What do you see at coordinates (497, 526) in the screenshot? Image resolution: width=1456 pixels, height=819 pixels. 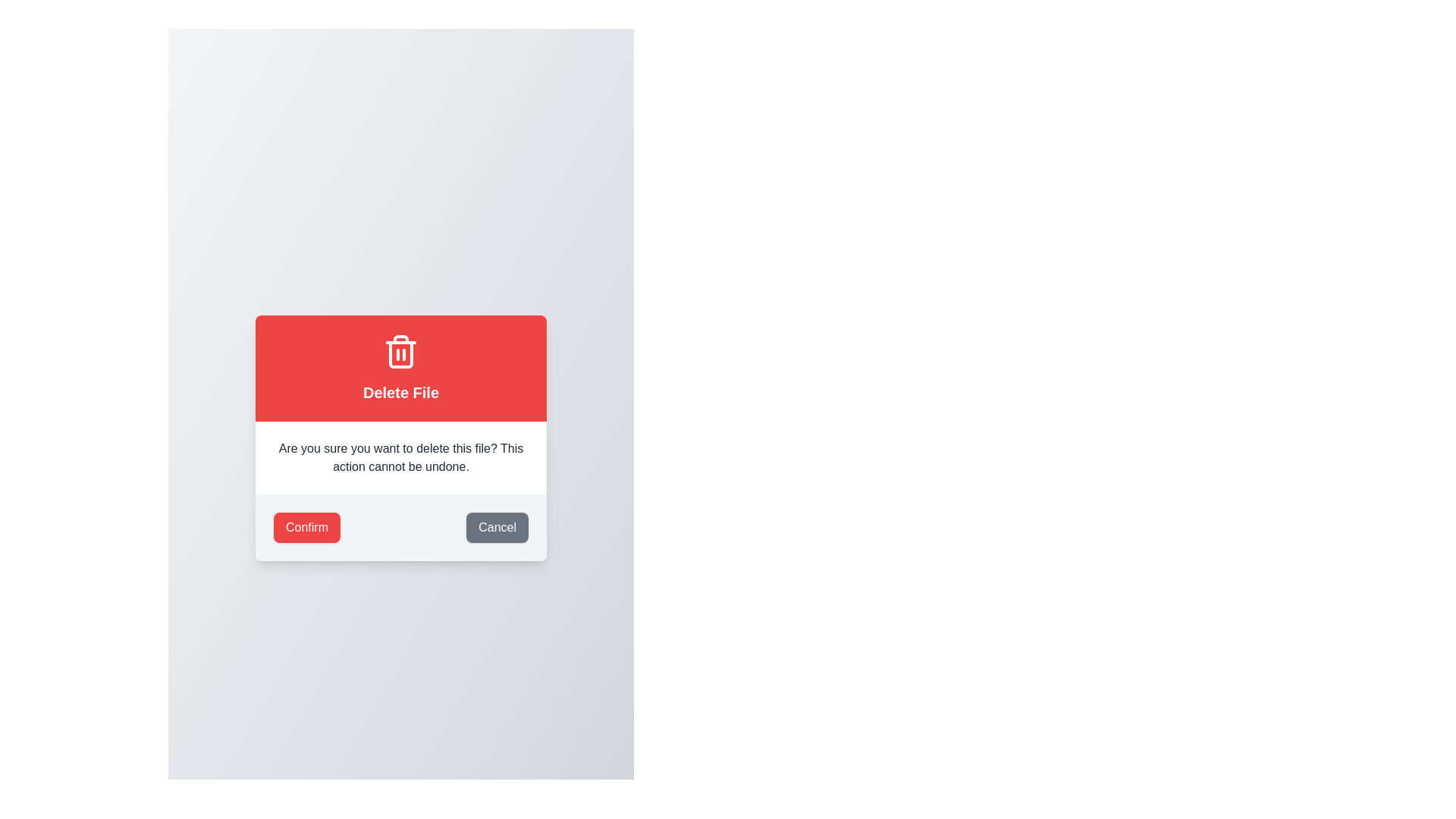 I see `the 'Cancel' button, which is a gray rectangular button with white text, located on the right side of a confirmation dialog box` at bounding box center [497, 526].